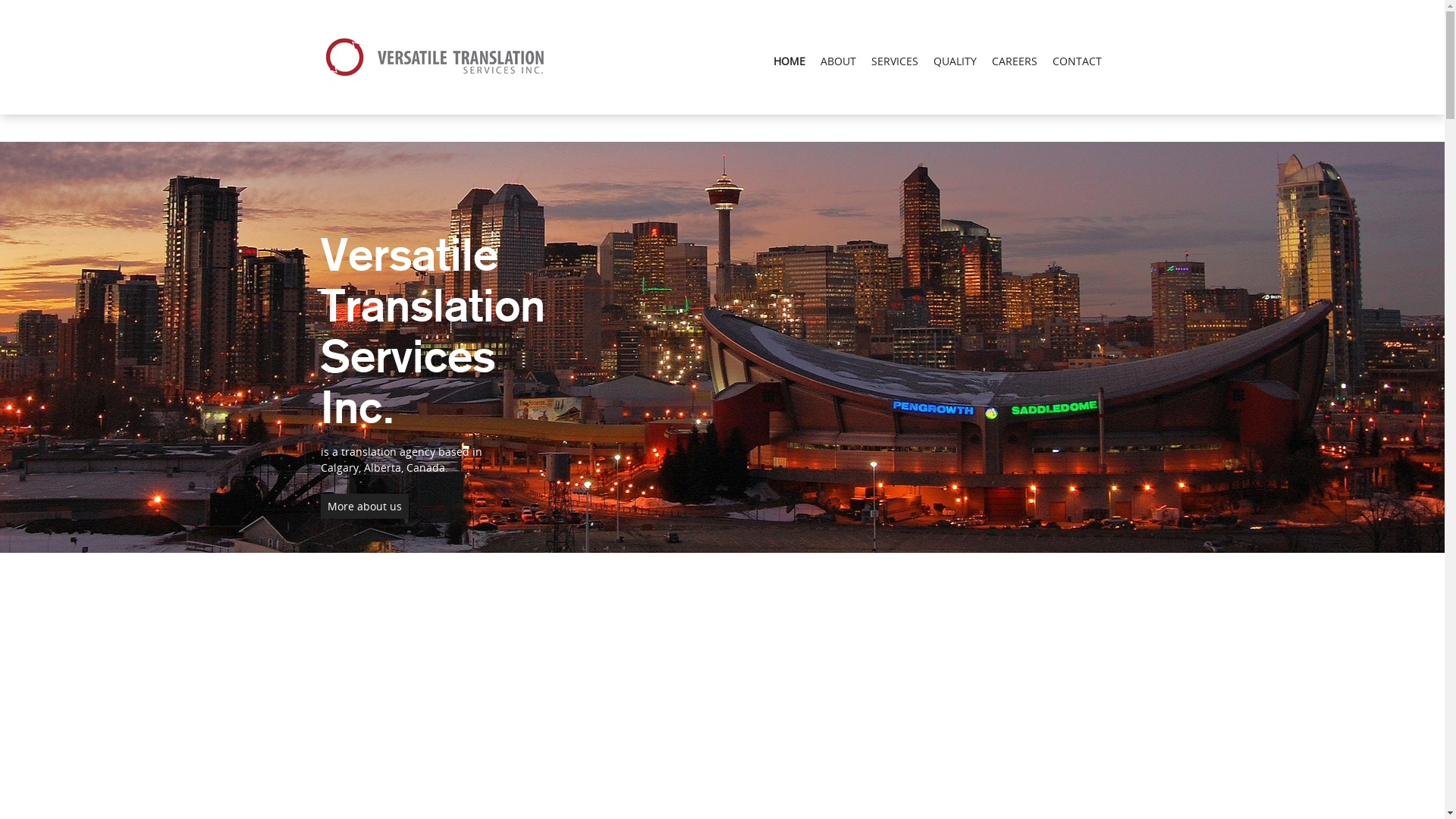 The width and height of the screenshot is (1456, 819). Describe the element at coordinates (789, 60) in the screenshot. I see `'HOME'` at that location.